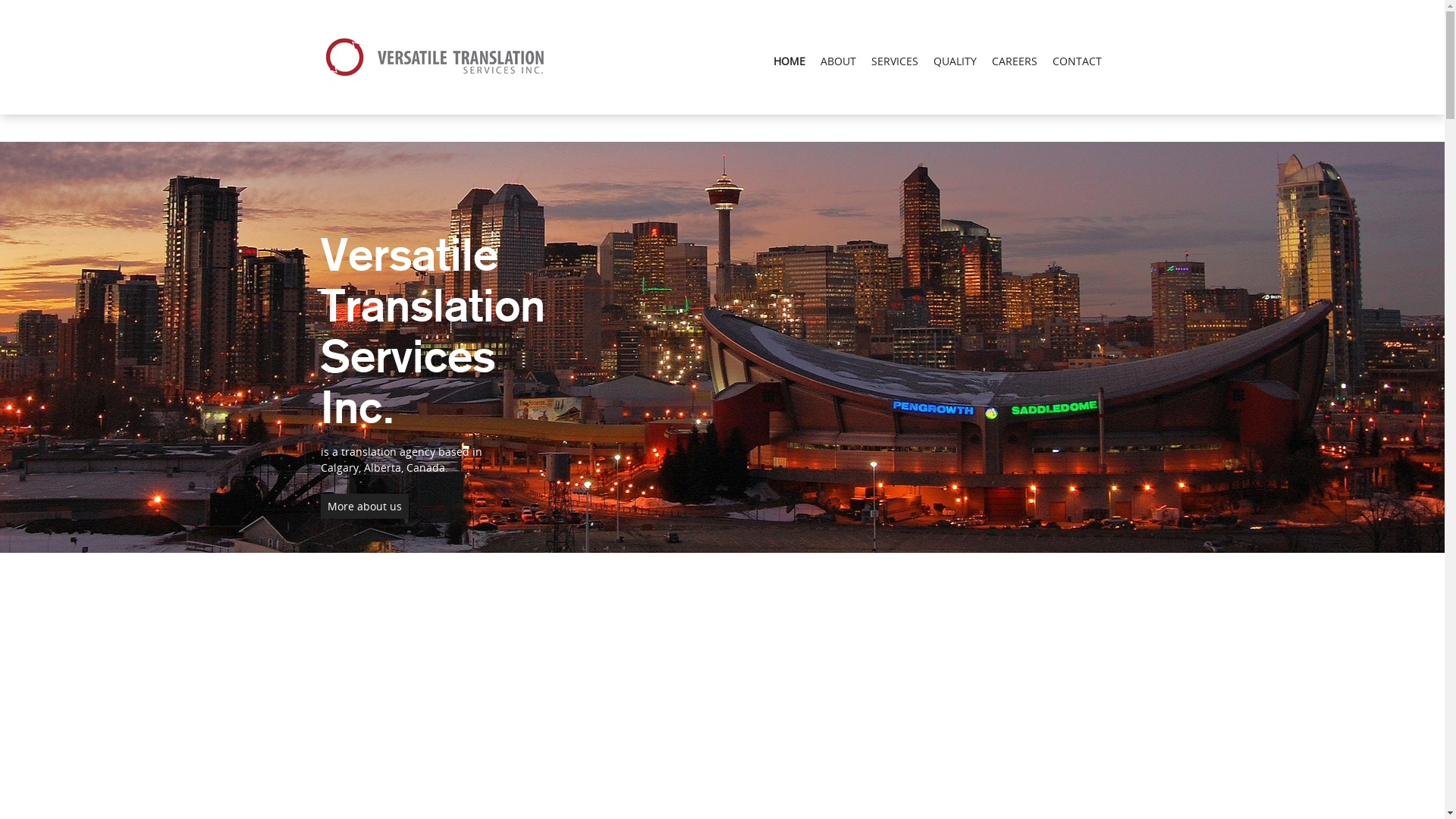 The width and height of the screenshot is (1456, 819). Describe the element at coordinates (789, 60) in the screenshot. I see `'HOME'` at that location.